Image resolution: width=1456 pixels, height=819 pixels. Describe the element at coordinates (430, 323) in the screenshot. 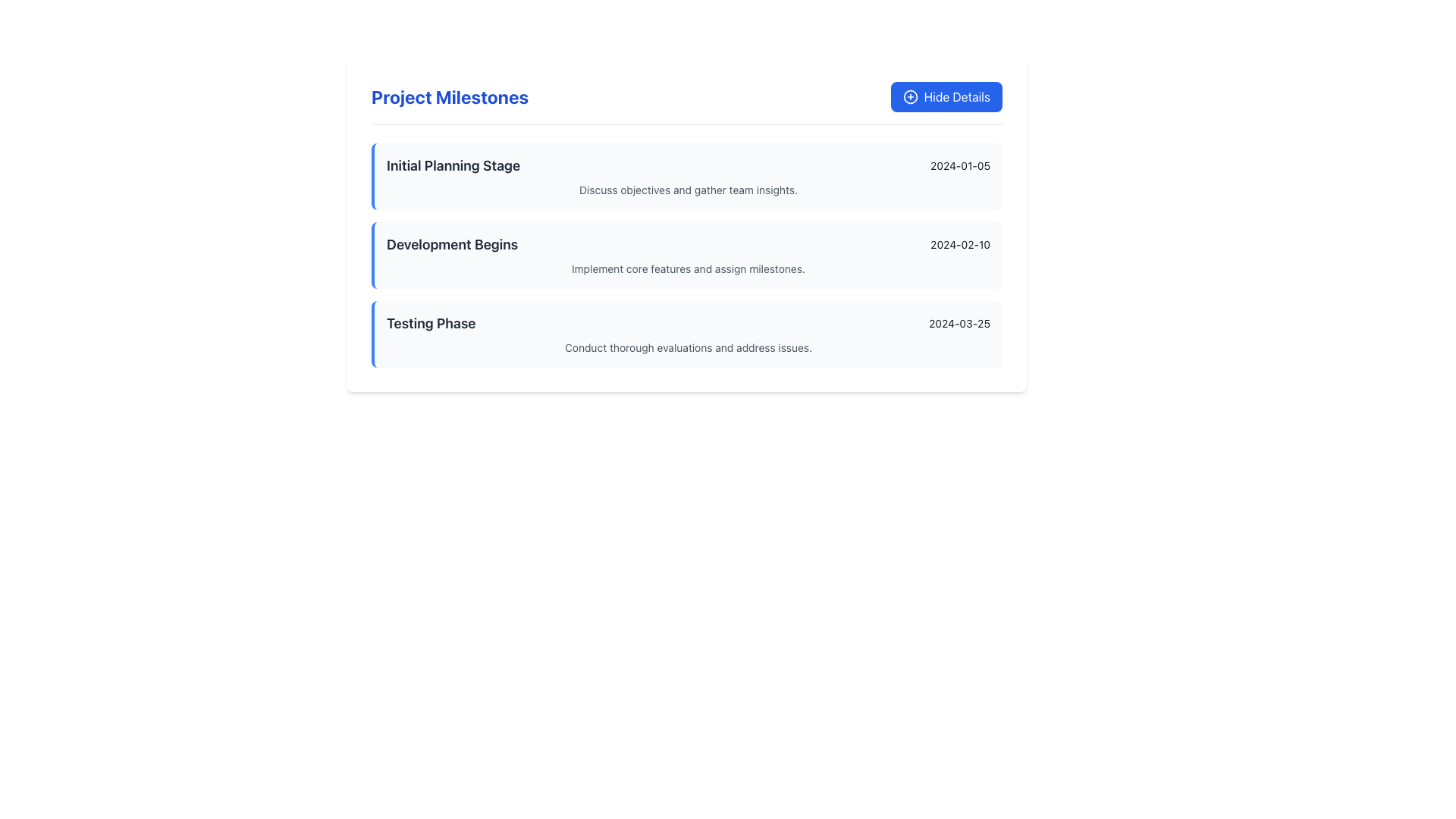

I see `the Text Label displaying 'Testing Phase', which is styled in bold and positioned prominently in the lower row of a three-row milestone list` at that location.